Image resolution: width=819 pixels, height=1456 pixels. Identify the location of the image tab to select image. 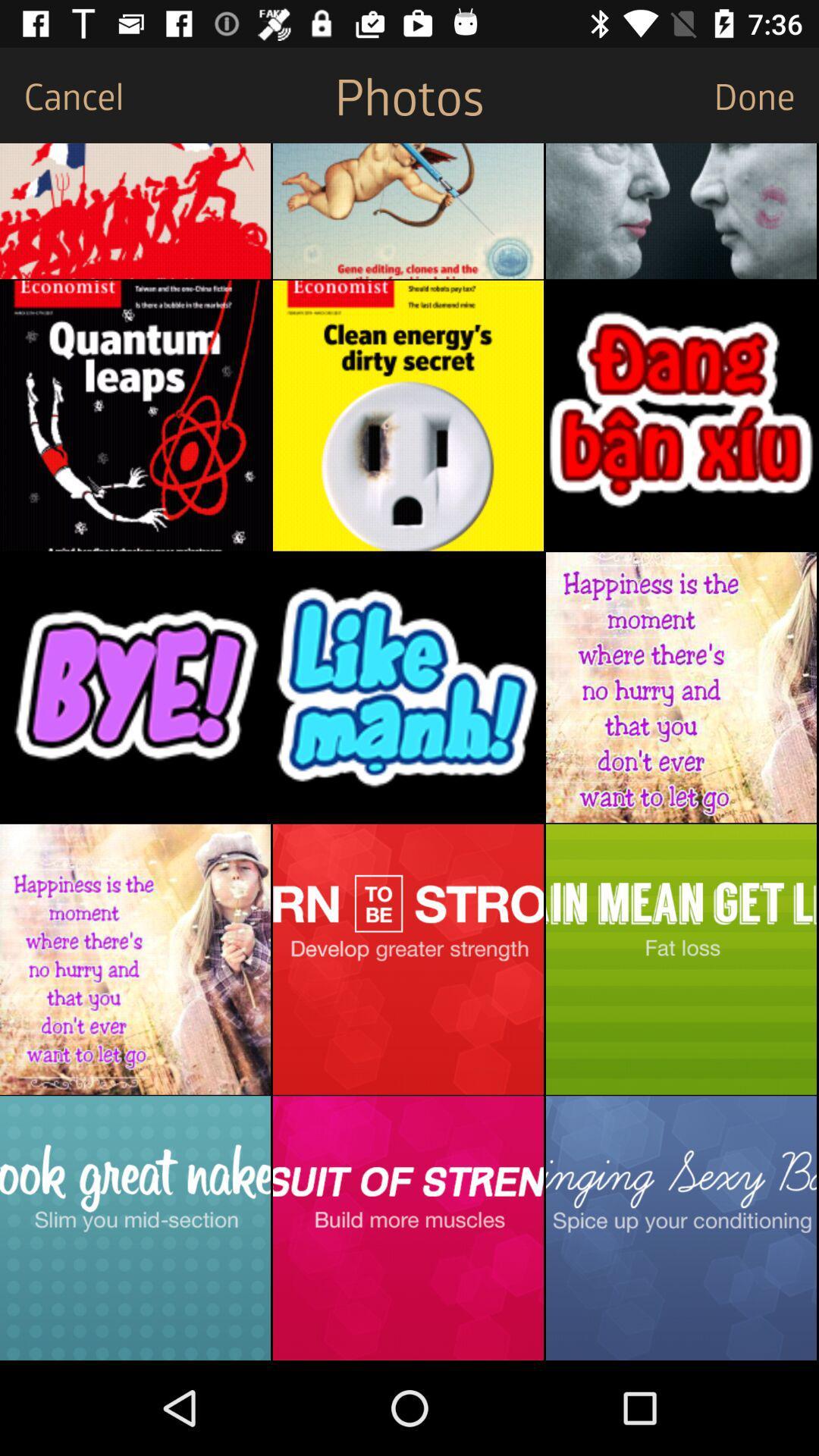
(407, 416).